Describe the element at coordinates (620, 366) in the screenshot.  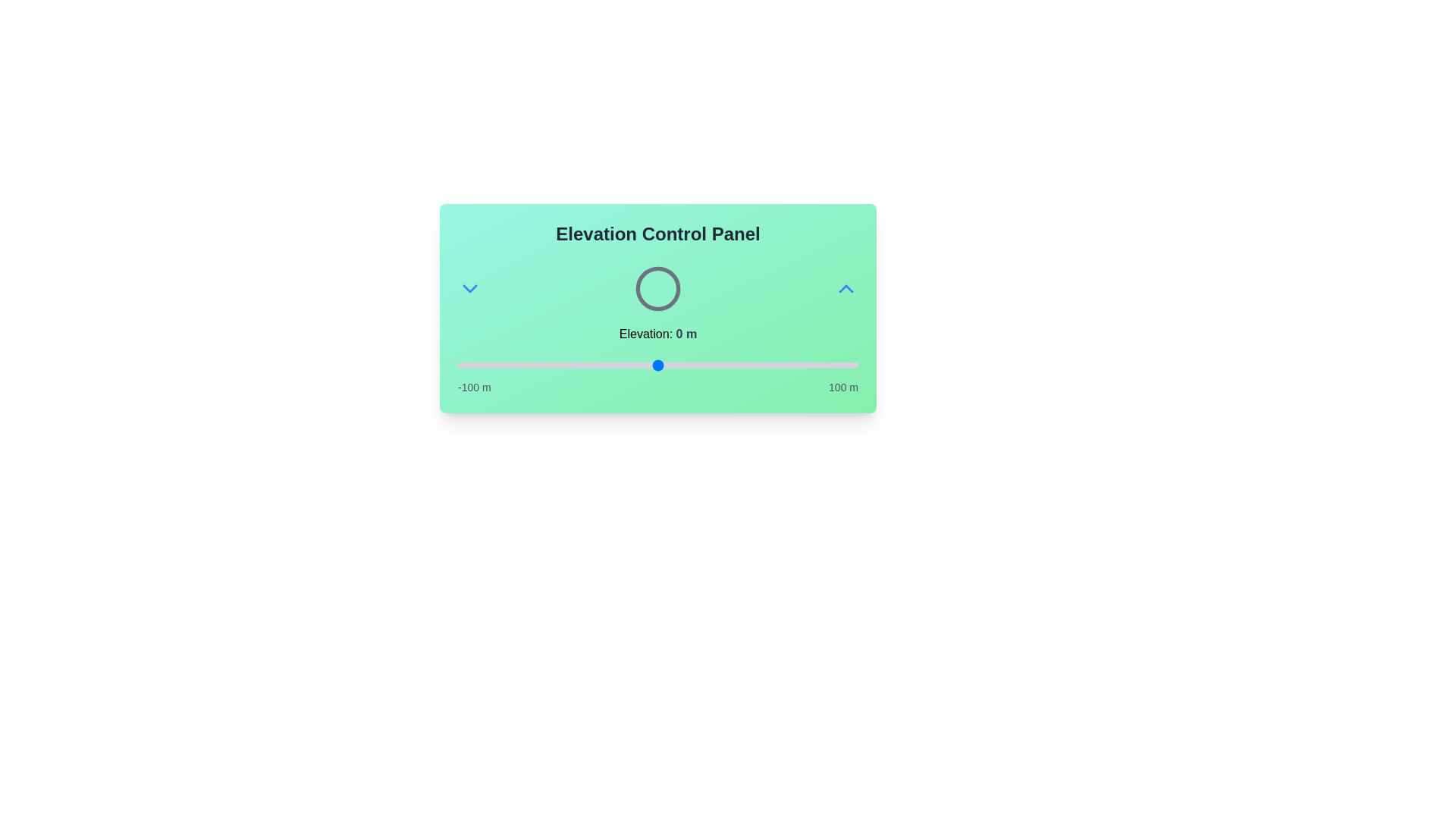
I see `the elevation to -19 meters using the slider` at that location.